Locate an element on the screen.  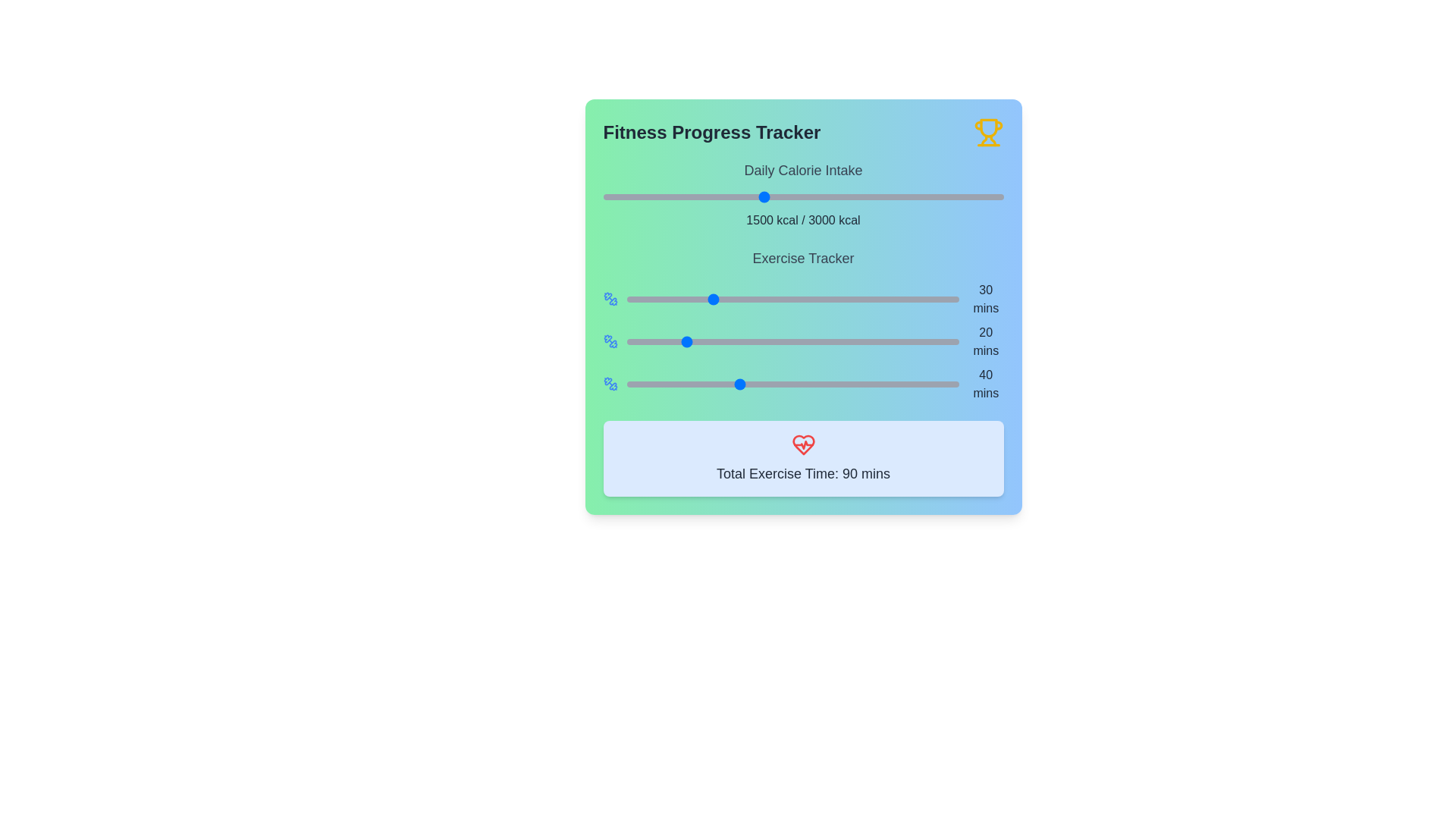
the slider value is located at coordinates (748, 299).